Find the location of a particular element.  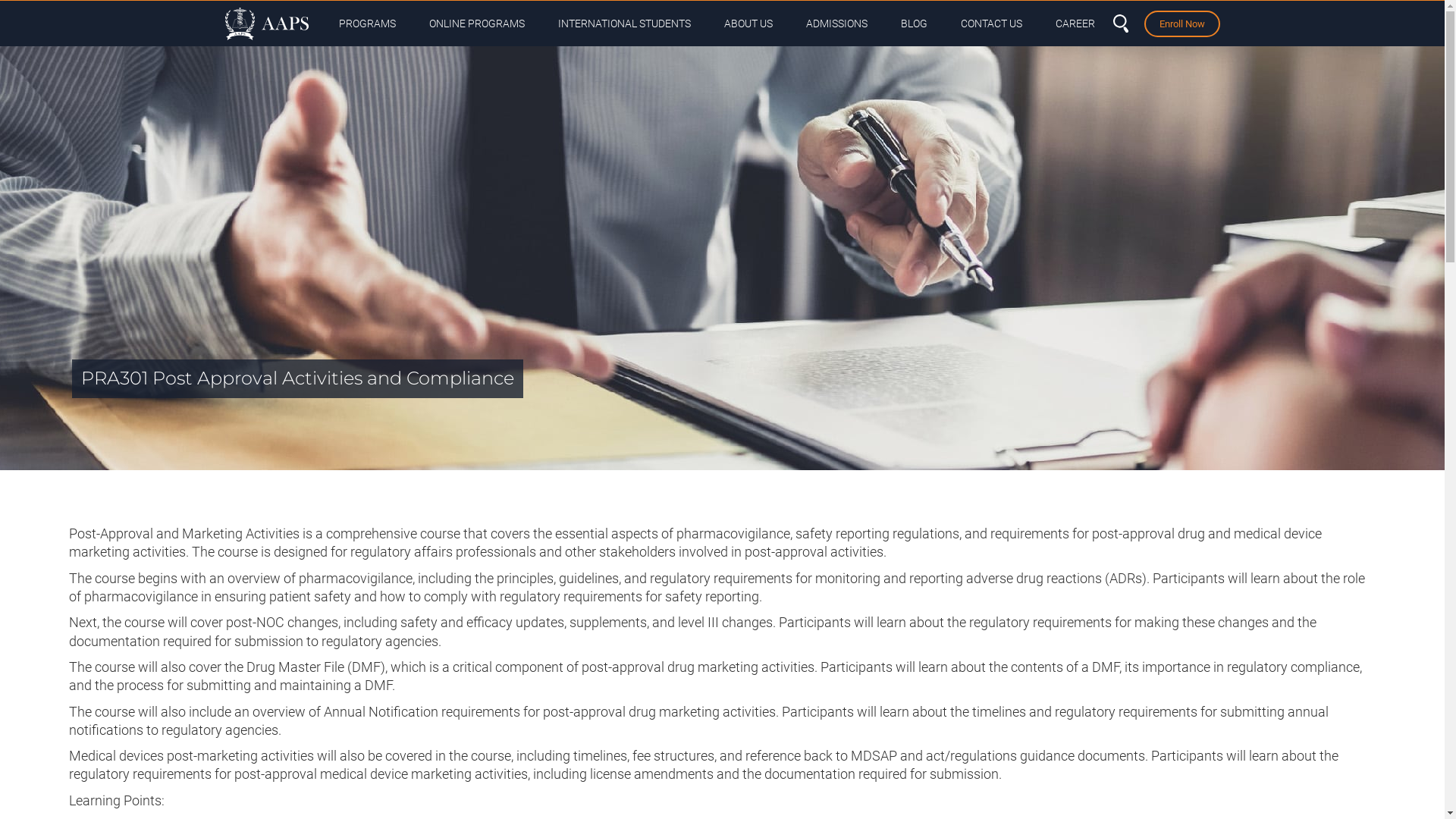

'ADMISSIONS' is located at coordinates (835, 23).